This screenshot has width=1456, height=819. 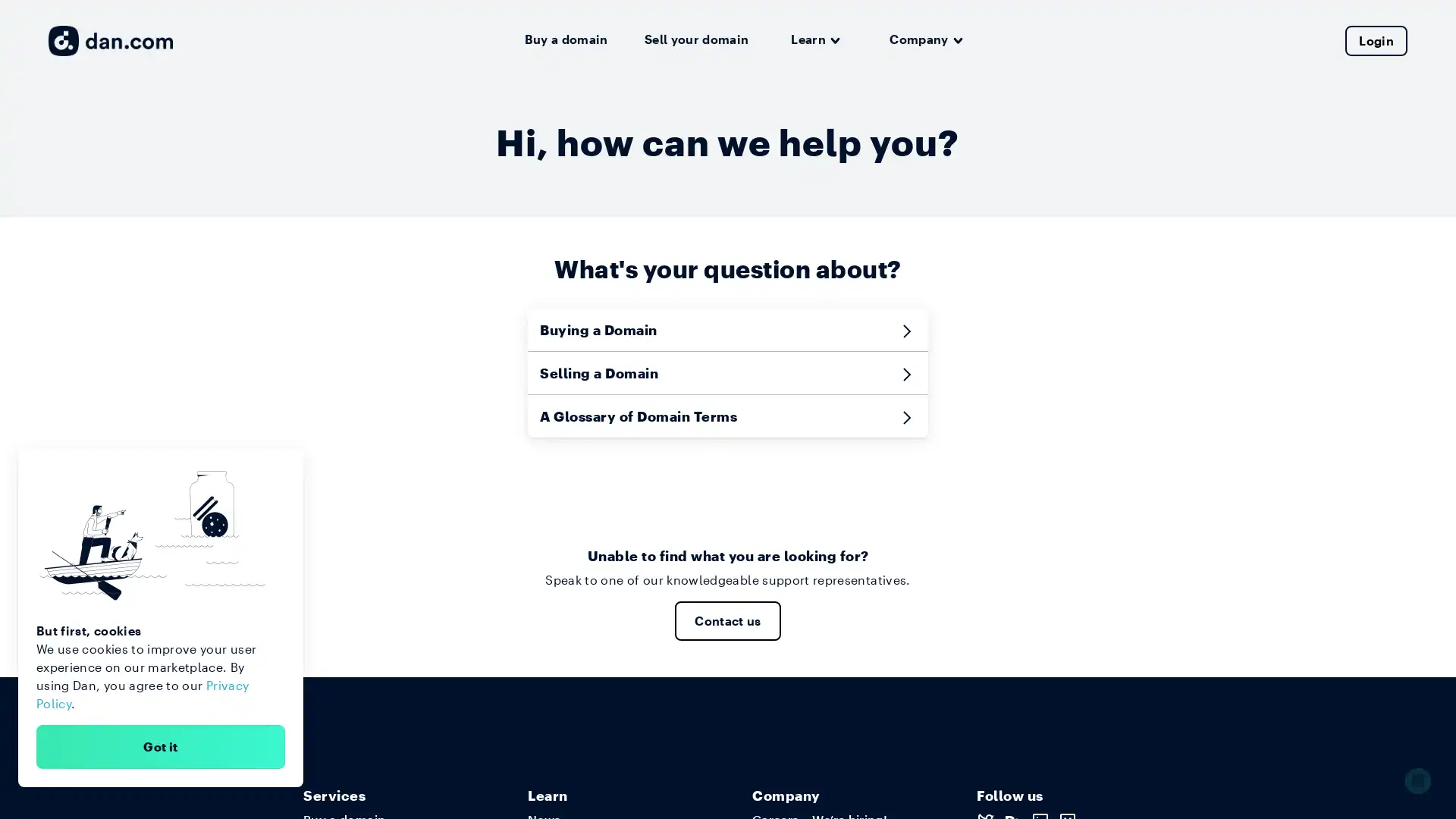 I want to click on Company, so click(x=925, y=39).